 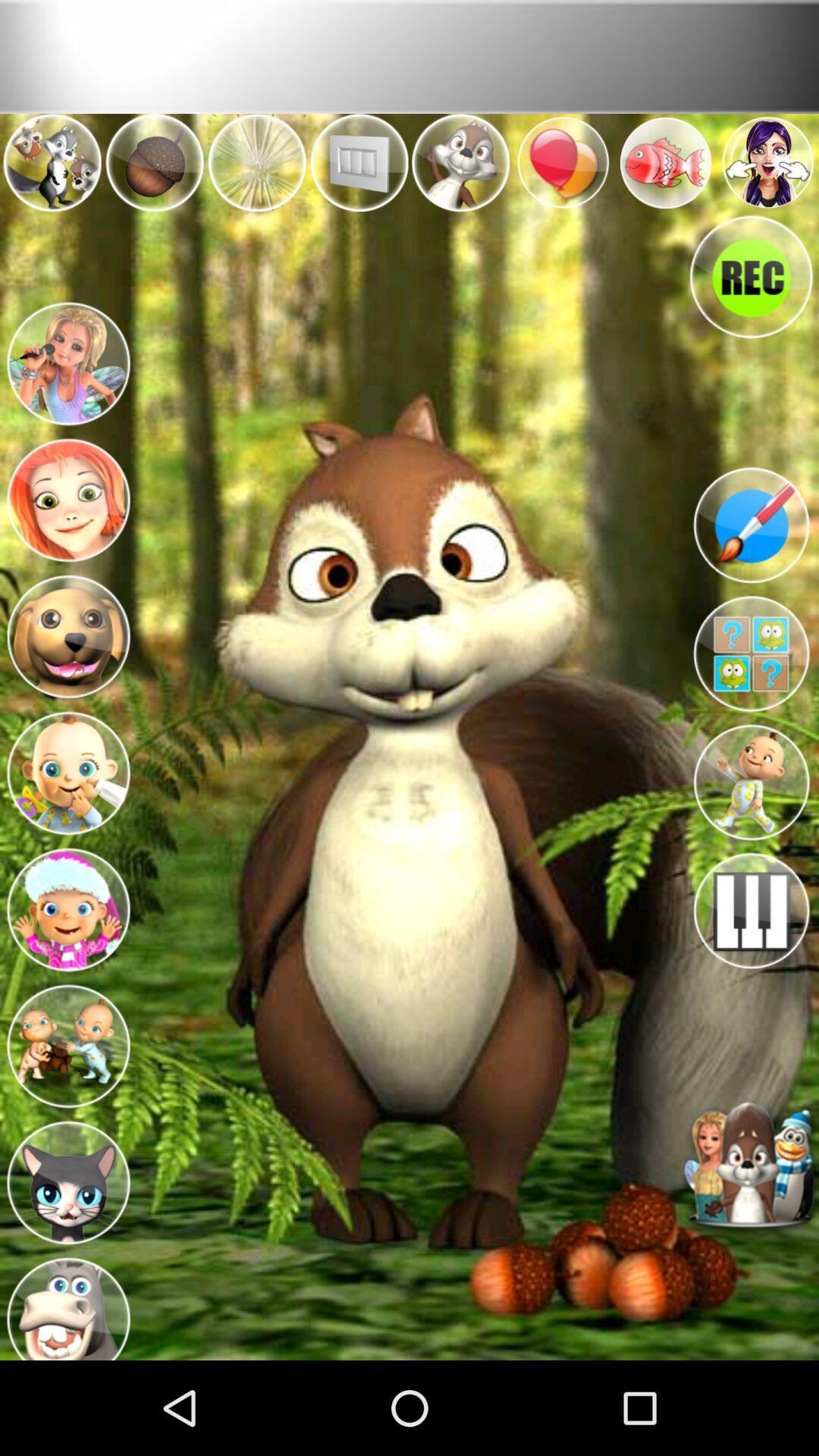 What do you see at coordinates (67, 632) in the screenshot?
I see `animal` at bounding box center [67, 632].